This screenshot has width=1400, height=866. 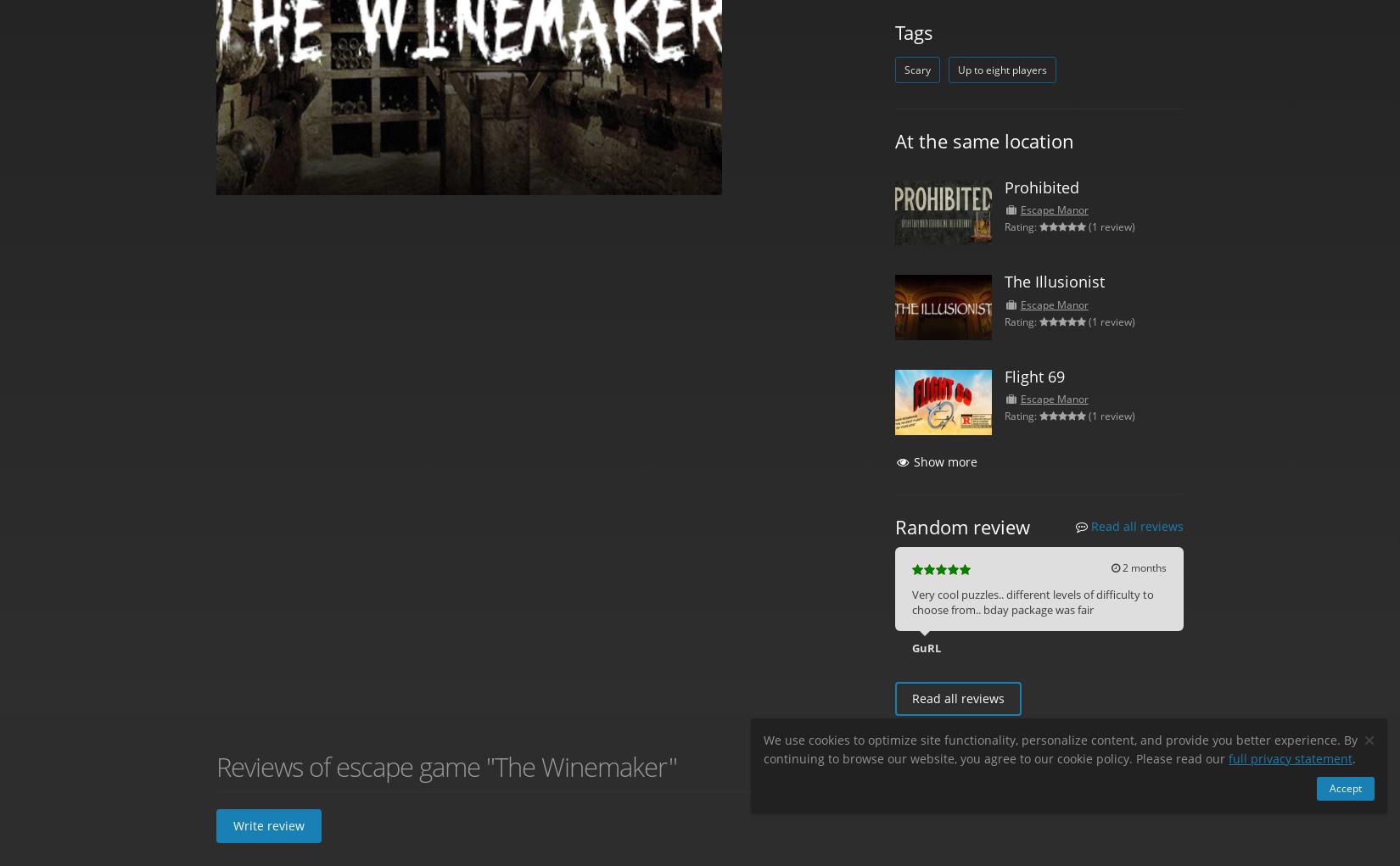 I want to click on 'Accept', so click(x=1344, y=788).